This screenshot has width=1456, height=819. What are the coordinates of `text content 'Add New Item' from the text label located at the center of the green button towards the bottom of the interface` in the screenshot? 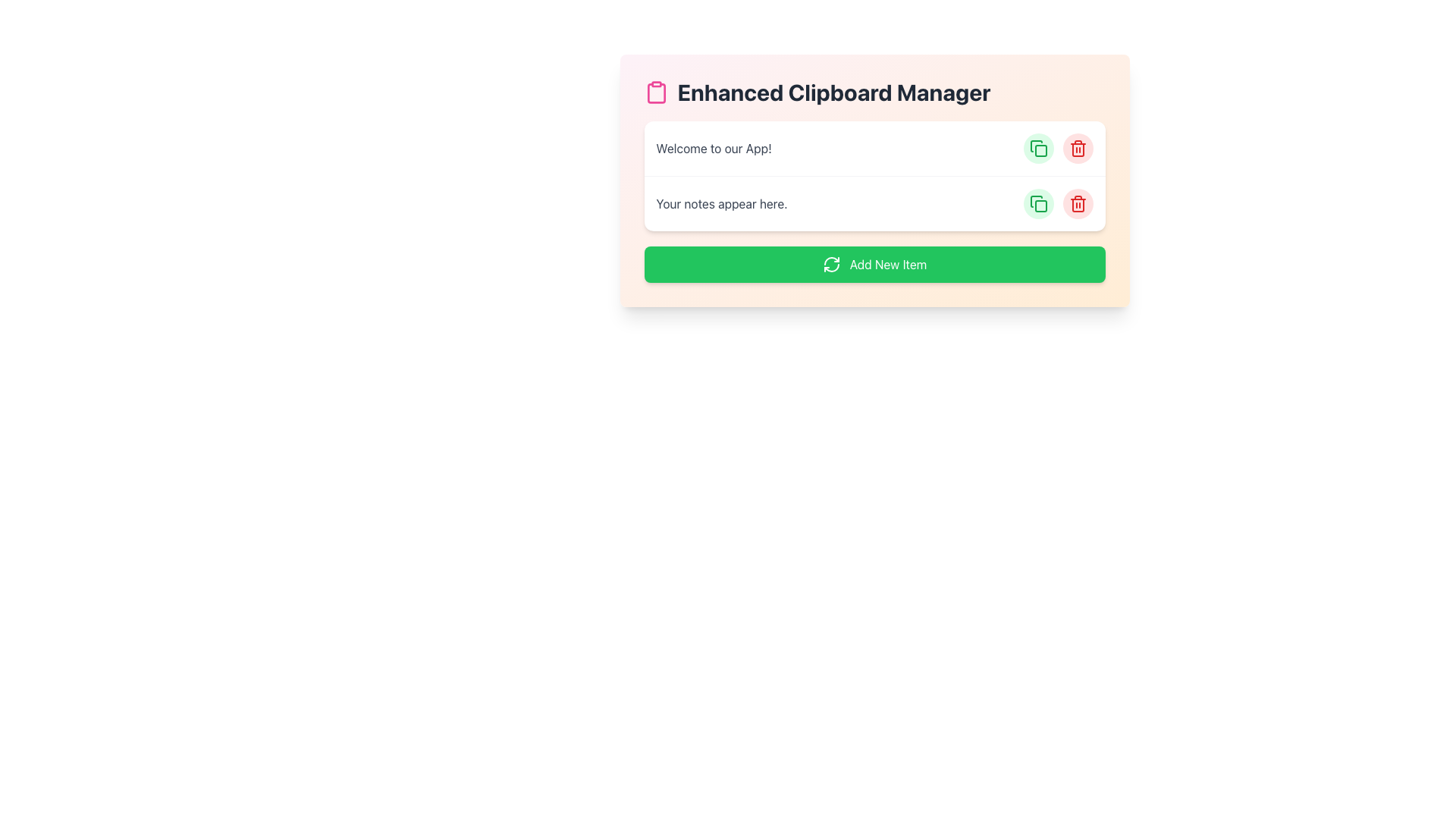 It's located at (888, 263).